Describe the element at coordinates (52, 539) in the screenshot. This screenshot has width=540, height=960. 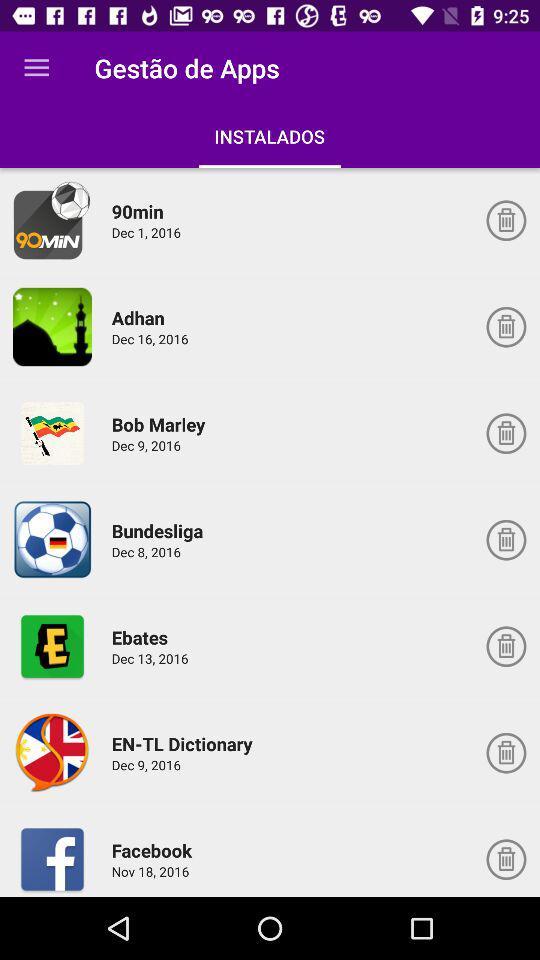
I see `app` at that location.